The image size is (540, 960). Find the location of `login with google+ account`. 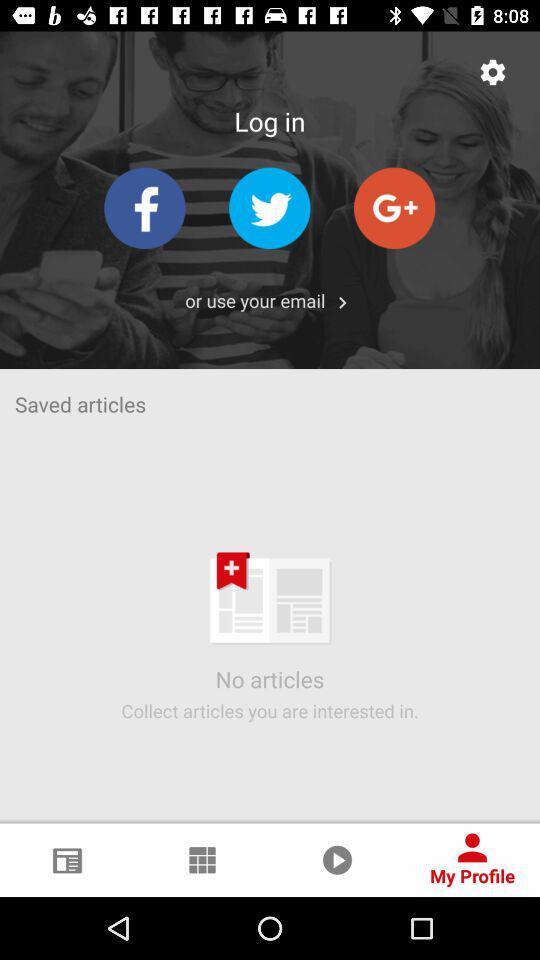

login with google+ account is located at coordinates (394, 208).